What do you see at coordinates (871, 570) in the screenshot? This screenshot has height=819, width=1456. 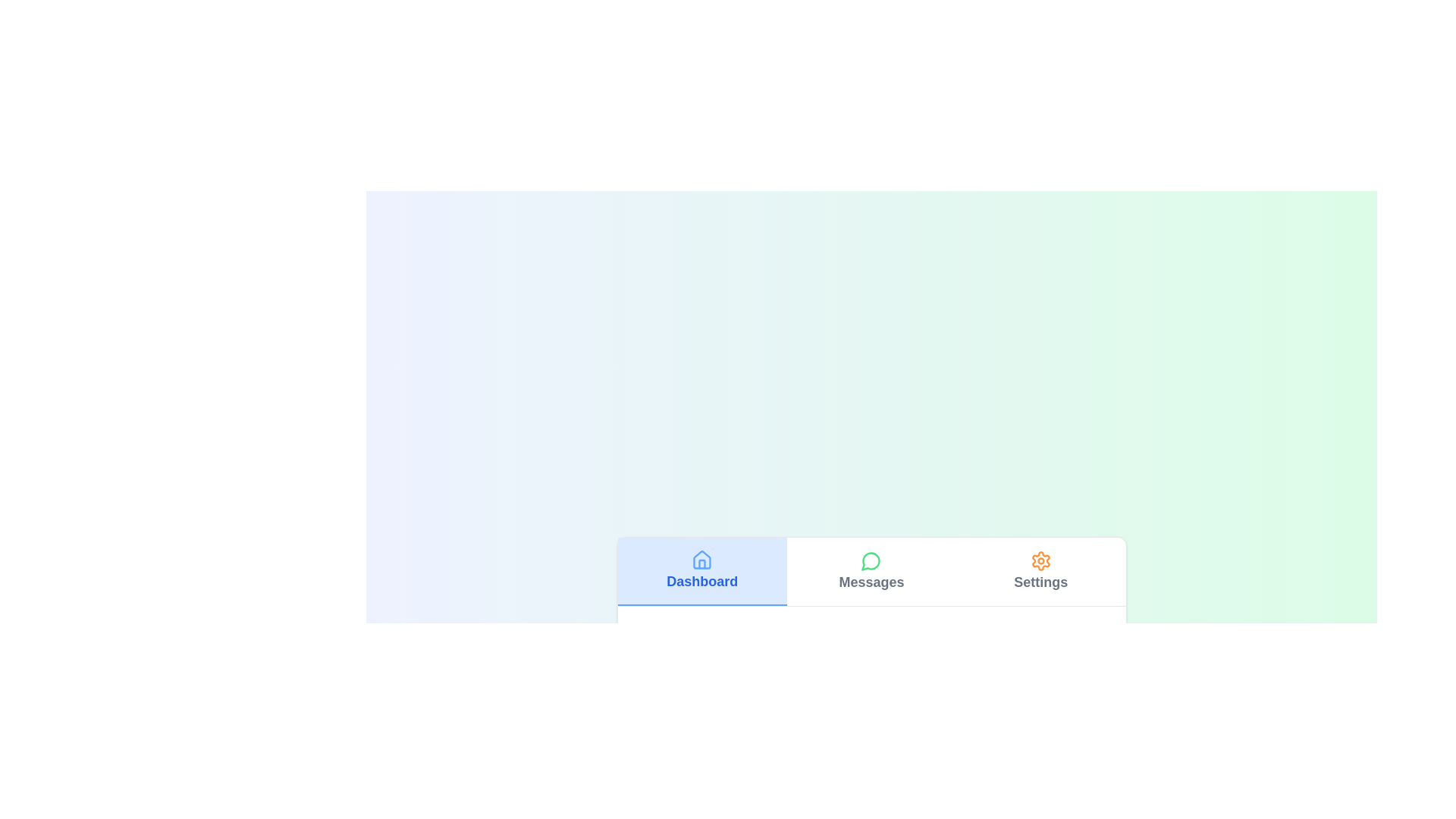 I see `the Messages tab by clicking on its corresponding button` at bounding box center [871, 570].